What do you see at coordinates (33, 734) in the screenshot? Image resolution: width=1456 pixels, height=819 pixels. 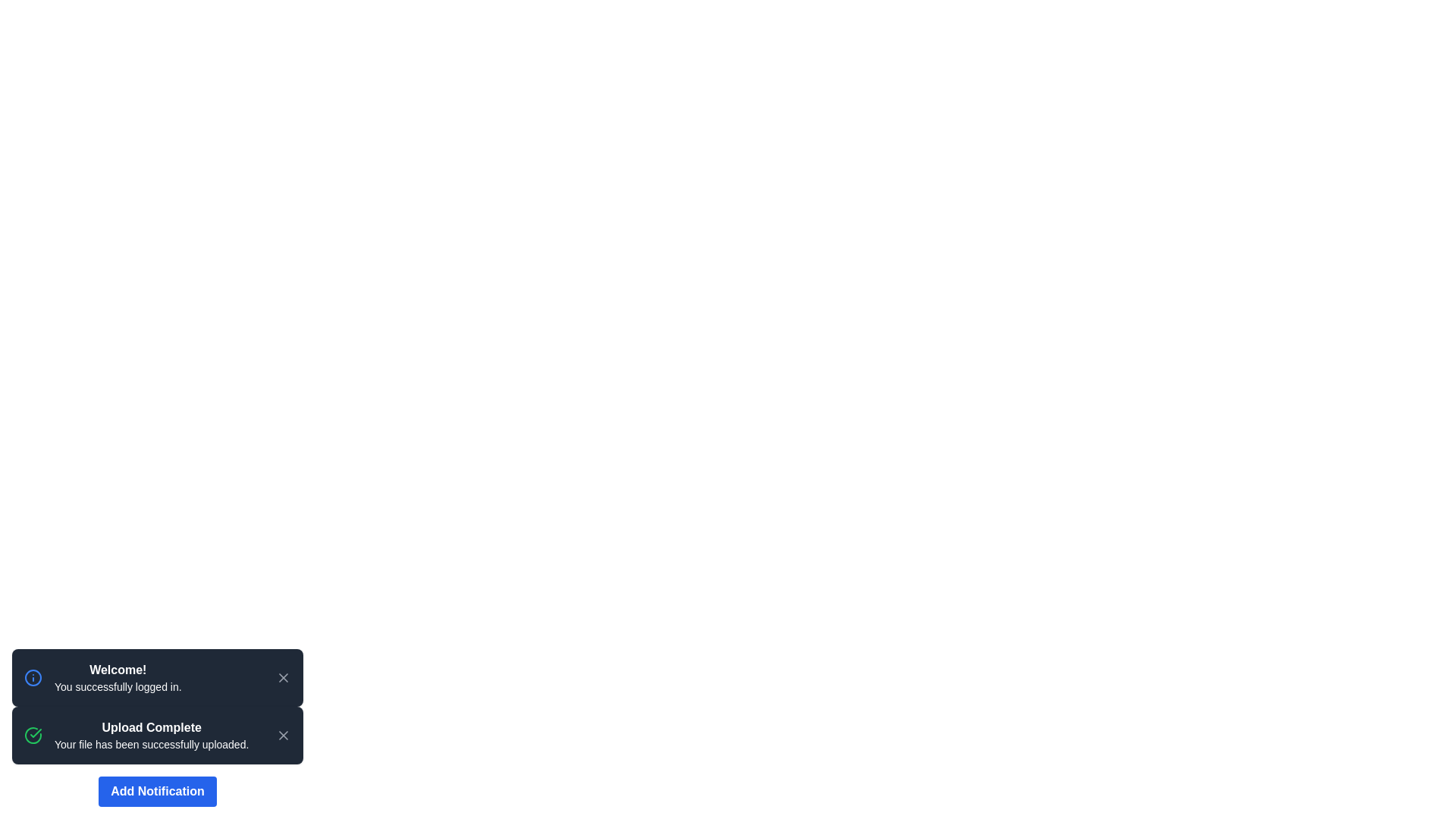 I see `the circular checkmark icon with a green outline, which is located in the notification panel stating 'Upload Complete'` at bounding box center [33, 734].